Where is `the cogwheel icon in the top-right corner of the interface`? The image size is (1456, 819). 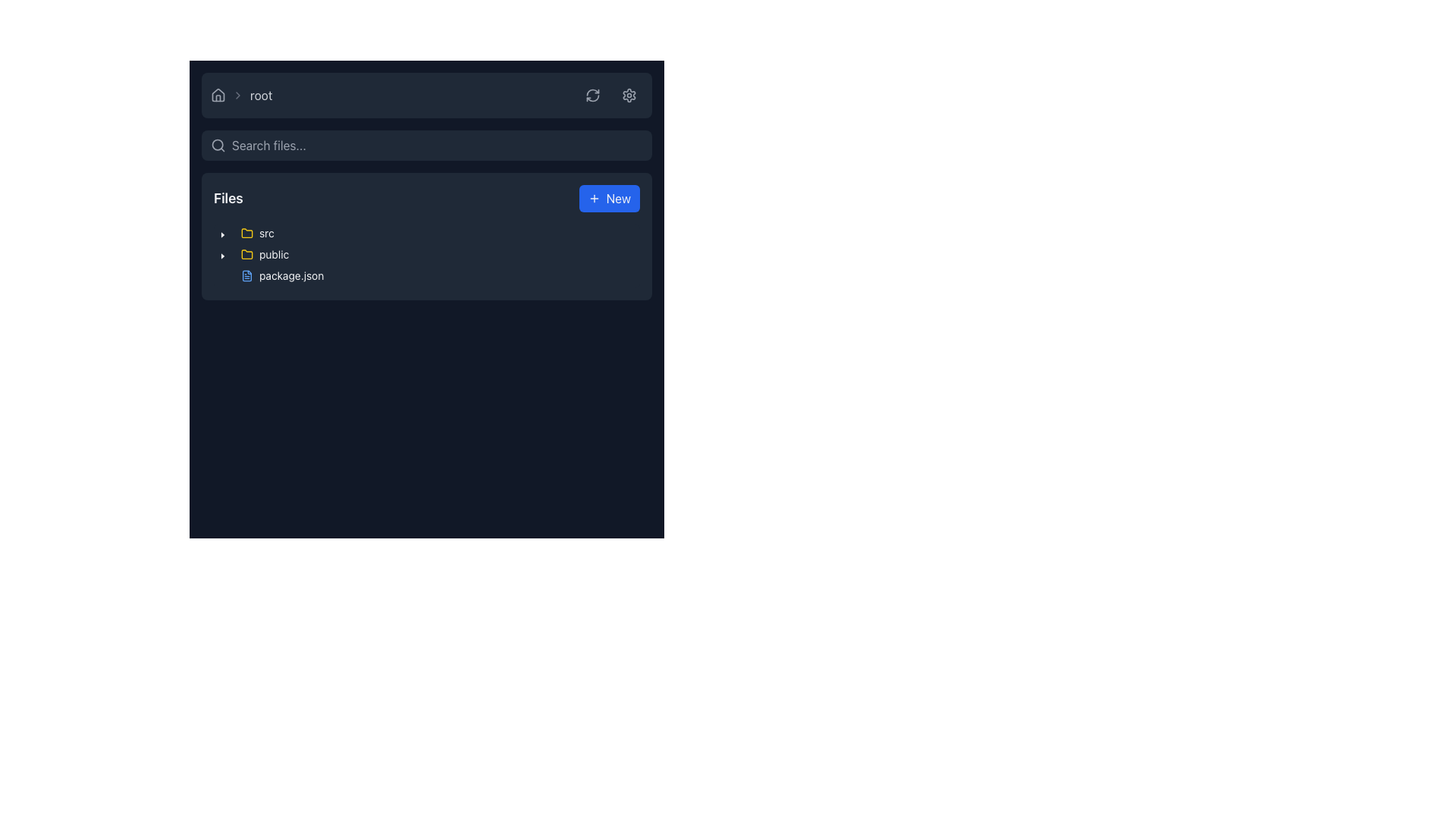 the cogwheel icon in the top-right corner of the interface is located at coordinates (629, 94).